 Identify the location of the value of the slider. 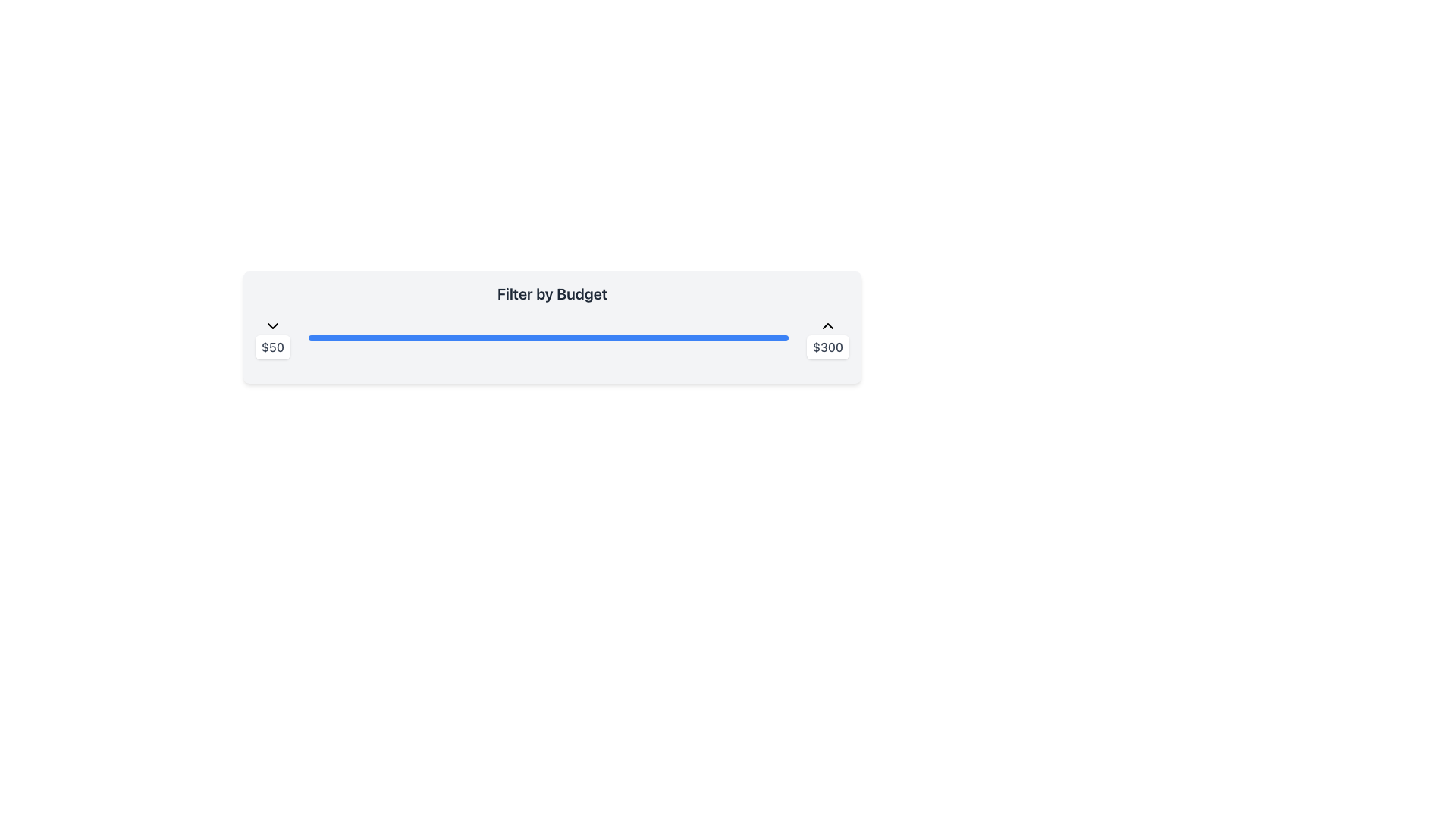
(394, 337).